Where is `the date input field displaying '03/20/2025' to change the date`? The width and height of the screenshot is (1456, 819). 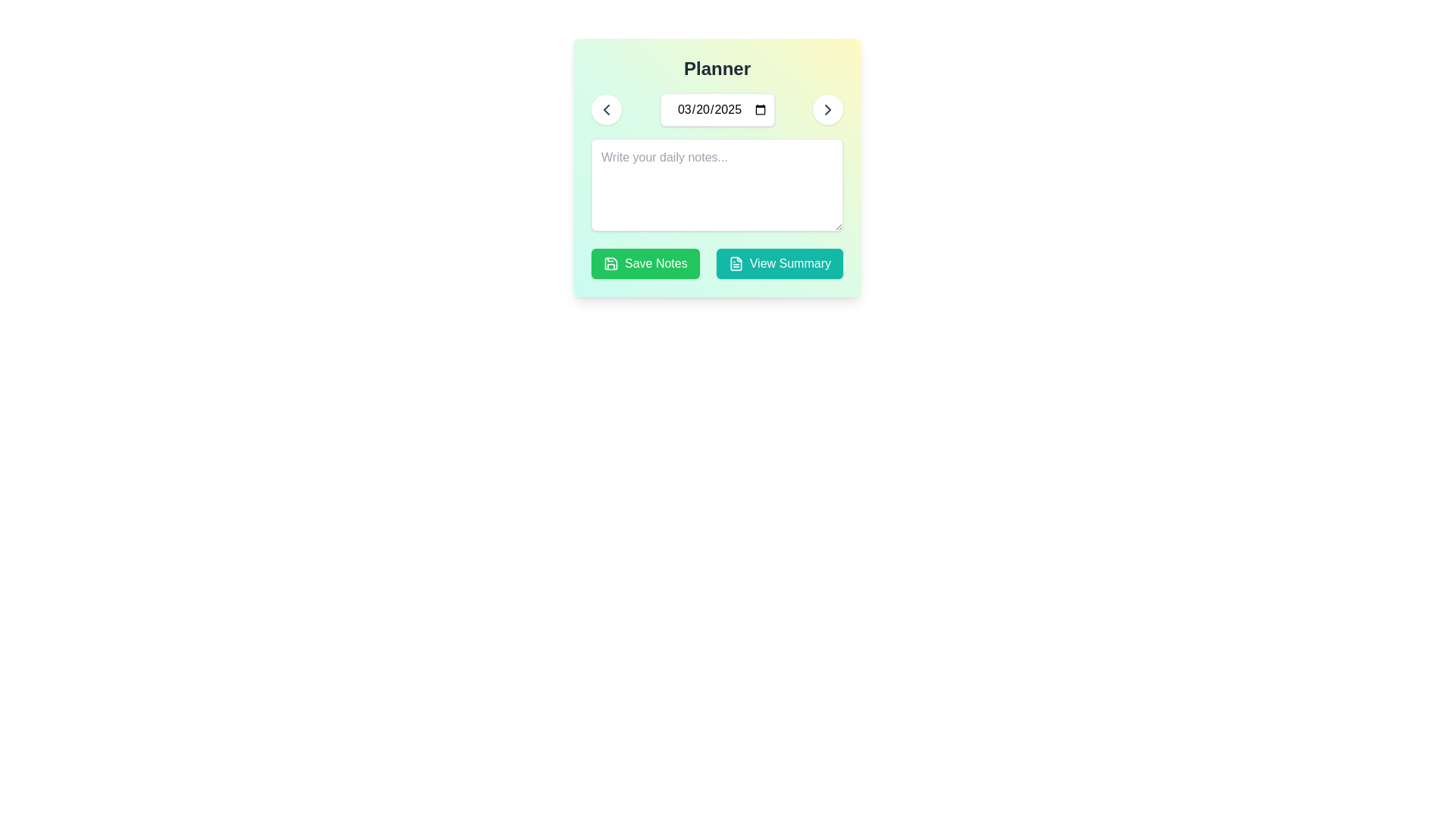
the date input field displaying '03/20/2025' to change the date is located at coordinates (716, 109).